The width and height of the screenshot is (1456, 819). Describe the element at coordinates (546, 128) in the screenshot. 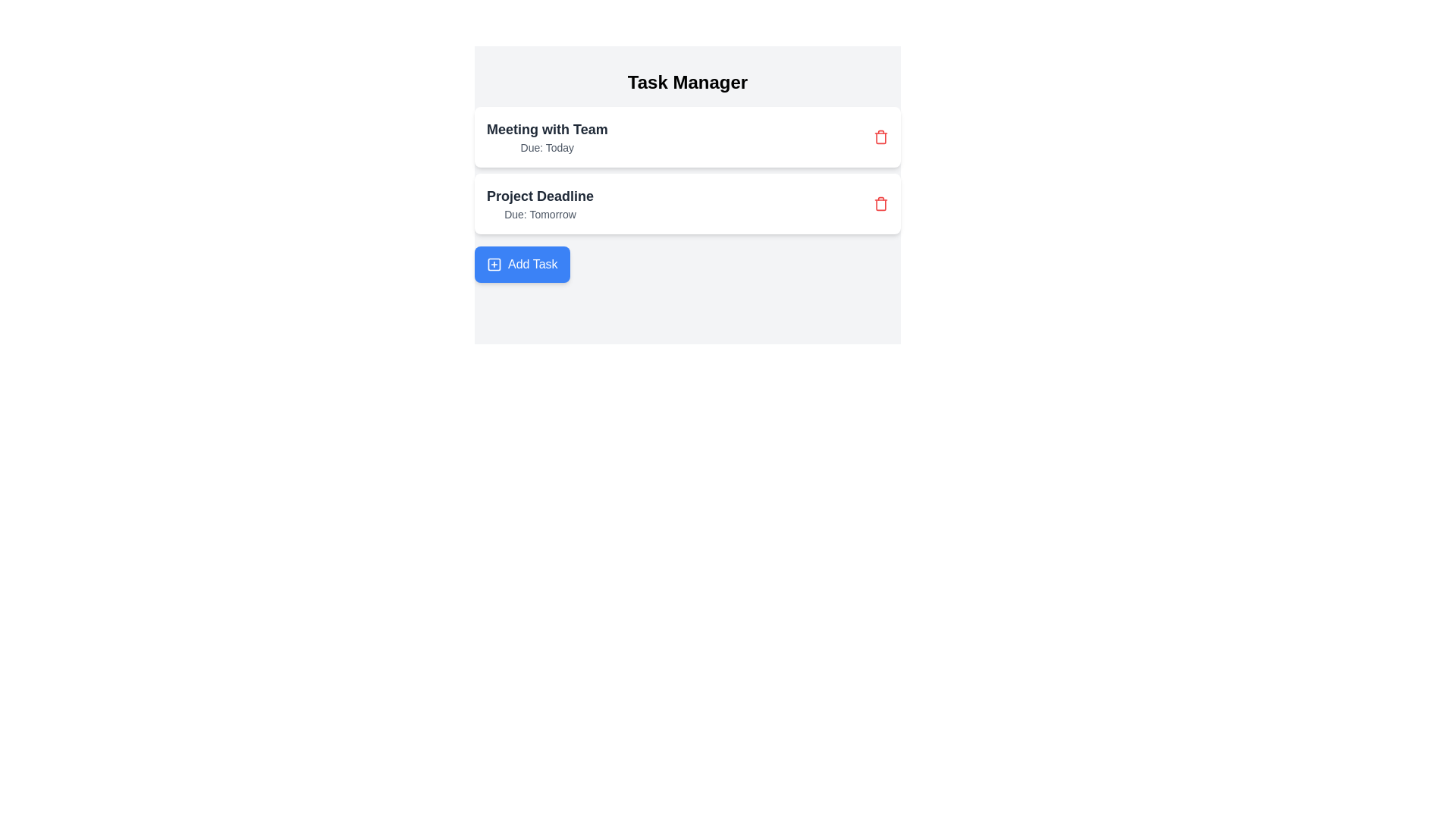

I see `the task title text label located at the top-left corner of the task entry in the task management interface` at that location.